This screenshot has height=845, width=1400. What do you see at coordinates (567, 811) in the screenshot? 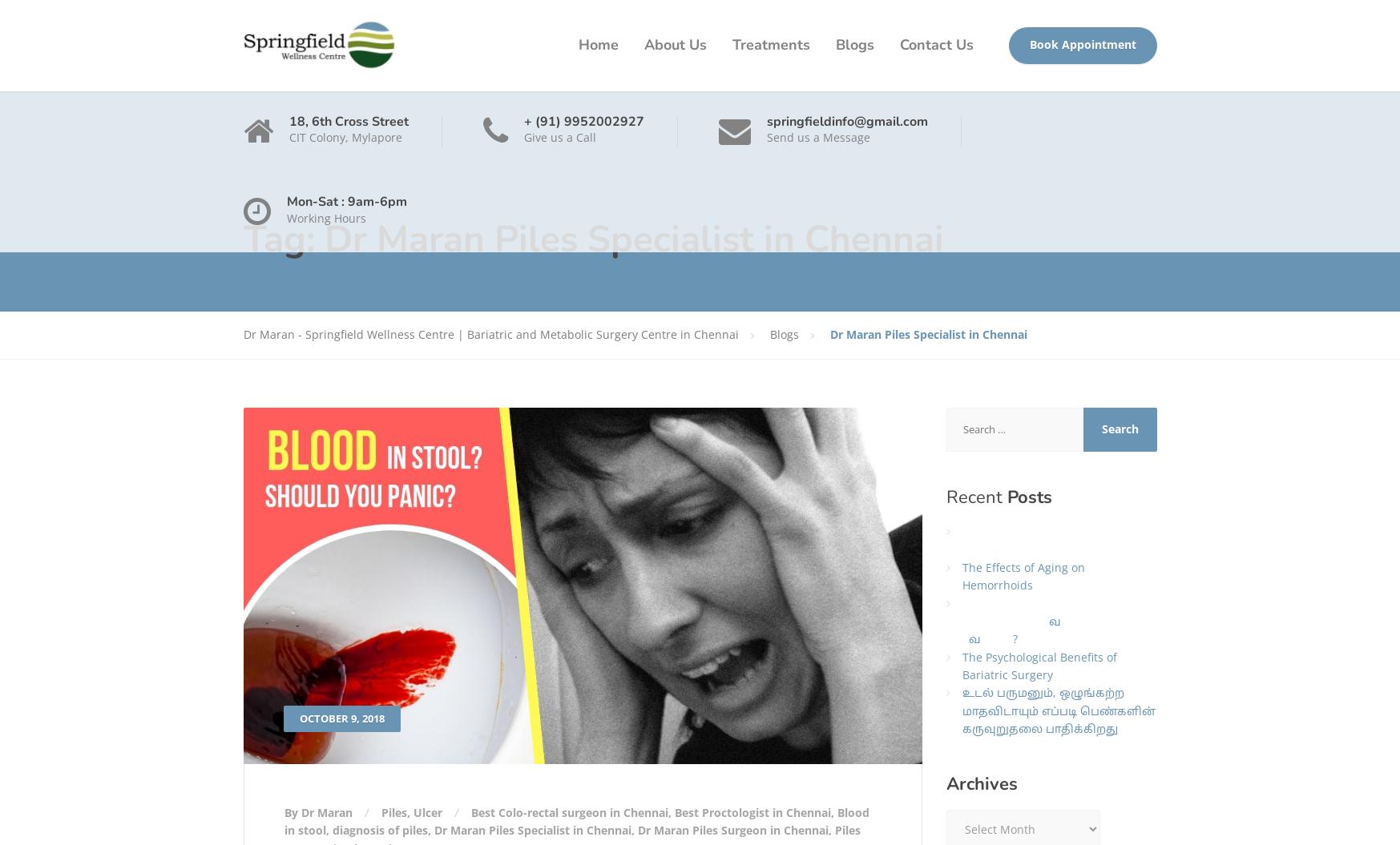
I see `'Best Colo-rectal surgeon in Chennai'` at bounding box center [567, 811].